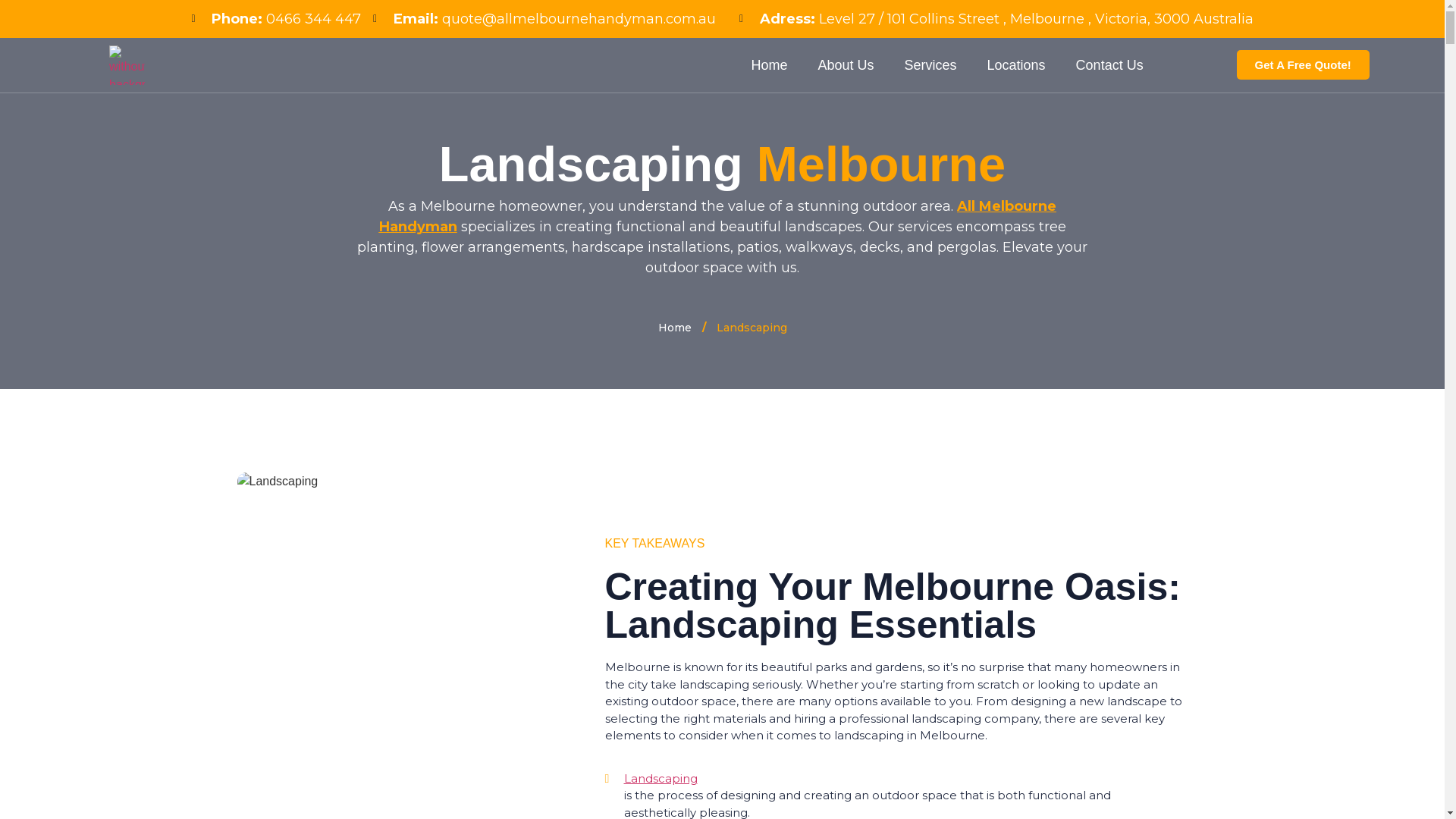  Describe the element at coordinates (1016, 64) in the screenshot. I see `'Locations'` at that location.